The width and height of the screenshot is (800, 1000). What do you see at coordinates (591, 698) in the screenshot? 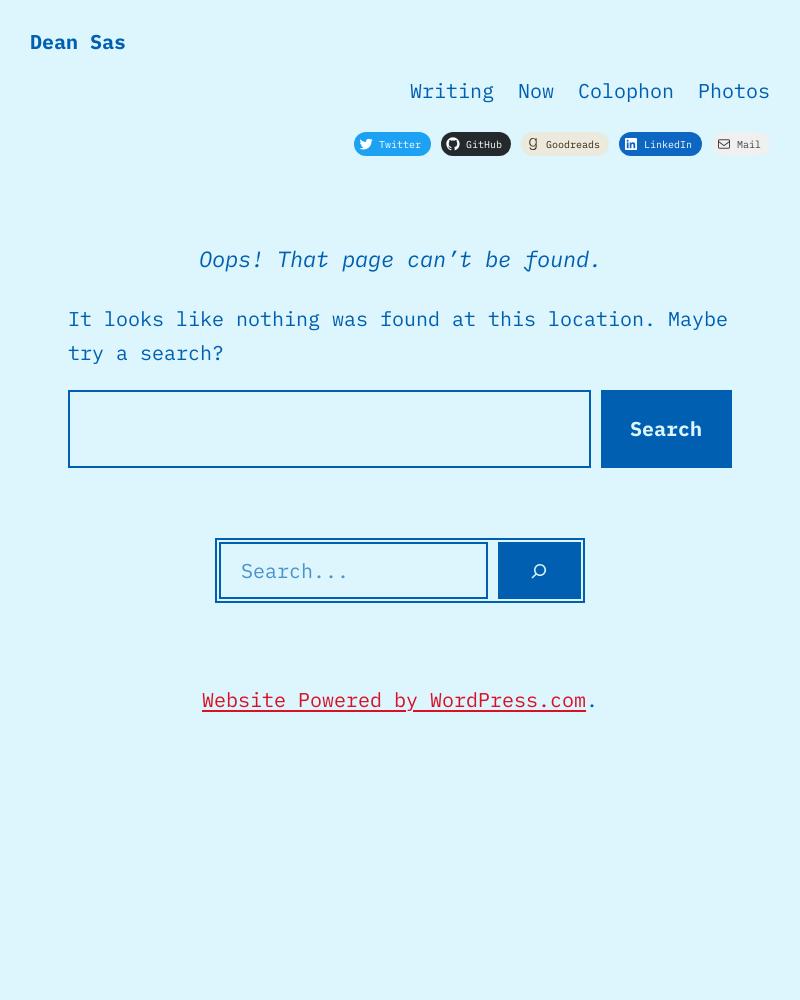
I see `'.'` at bounding box center [591, 698].